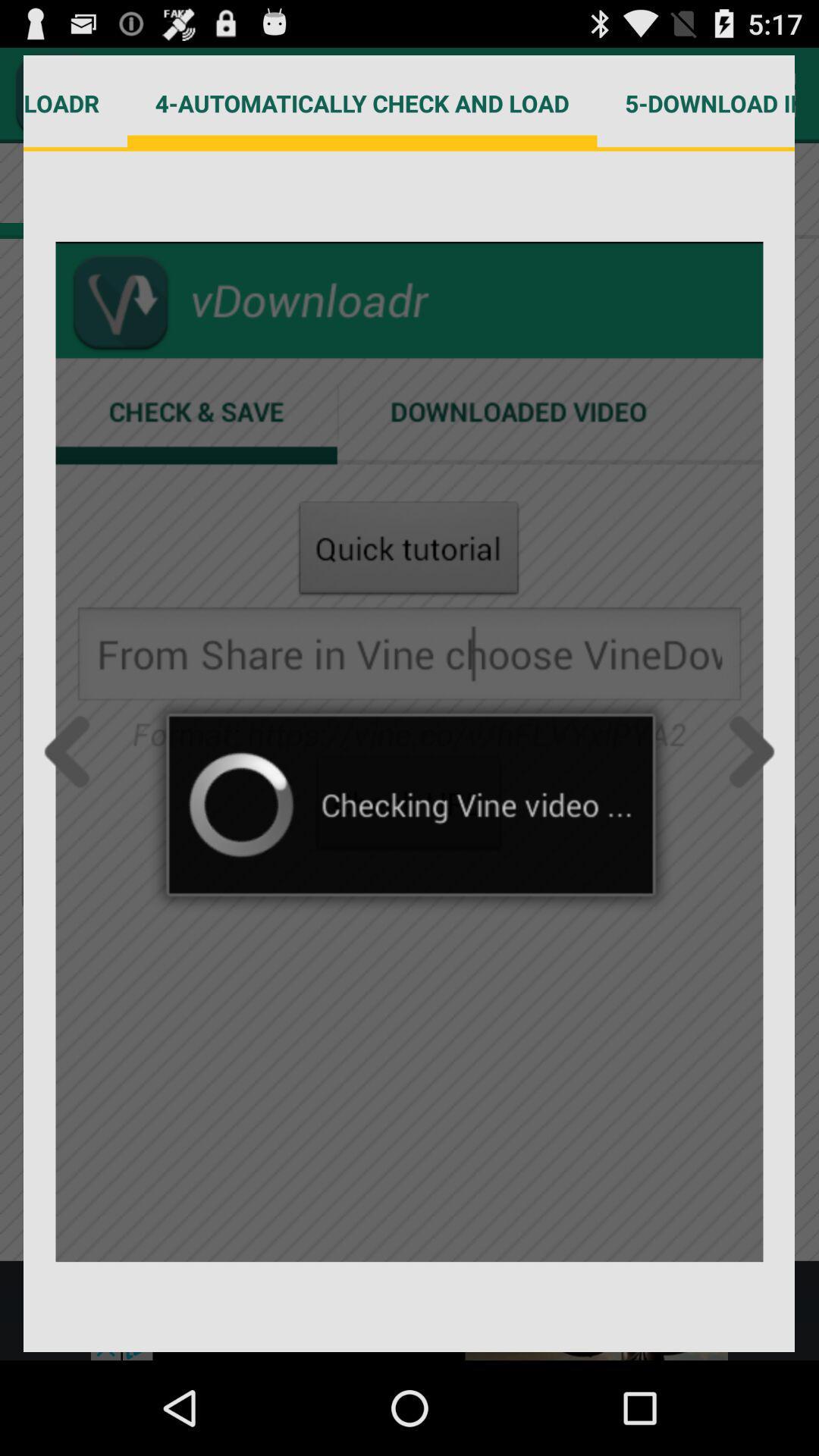 Image resolution: width=819 pixels, height=1456 pixels. What do you see at coordinates (71, 752) in the screenshot?
I see `see previous page` at bounding box center [71, 752].